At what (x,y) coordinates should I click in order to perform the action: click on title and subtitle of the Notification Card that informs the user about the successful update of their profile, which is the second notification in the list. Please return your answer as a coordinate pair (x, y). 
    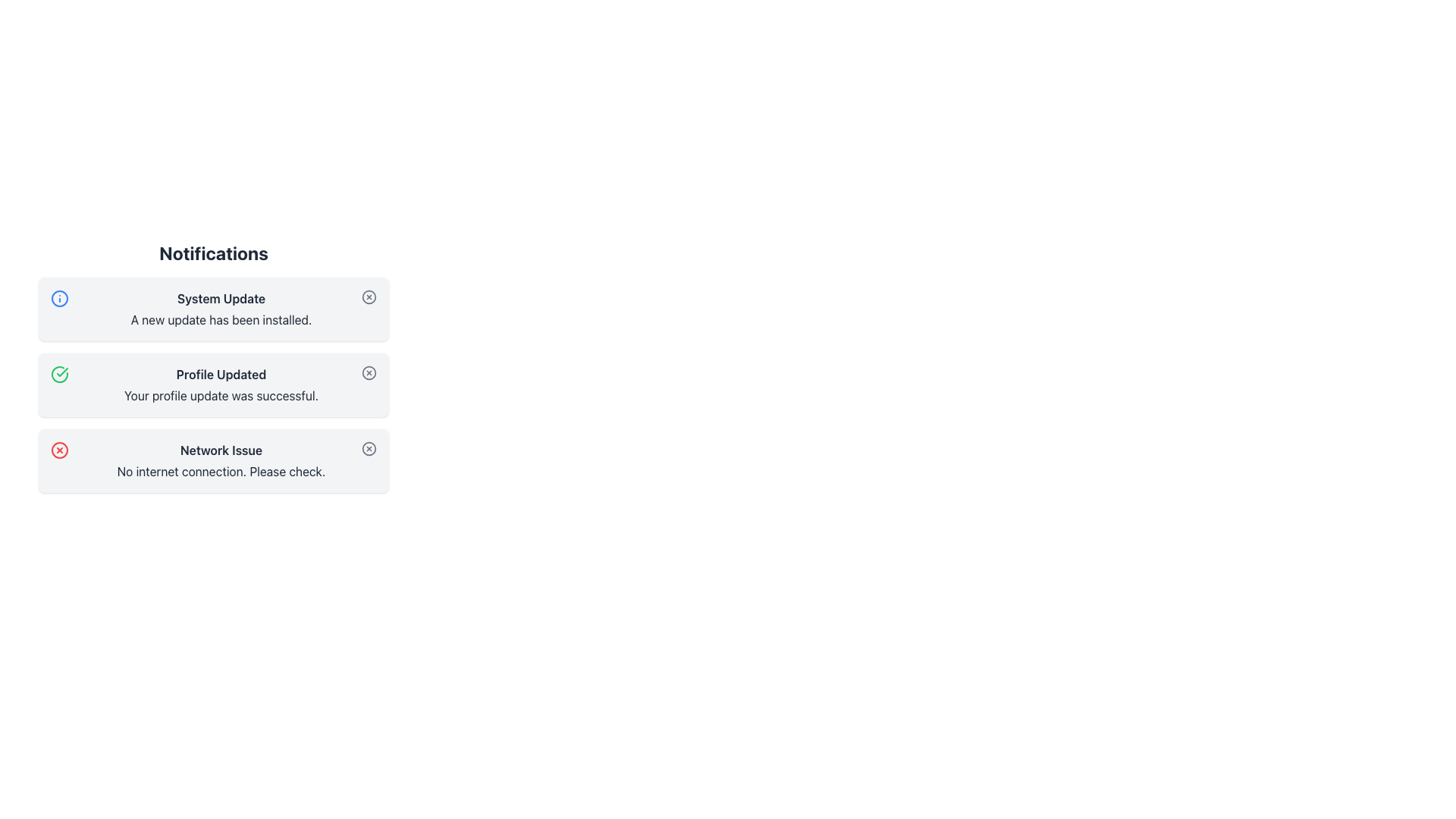
    Looking at the image, I should click on (213, 384).